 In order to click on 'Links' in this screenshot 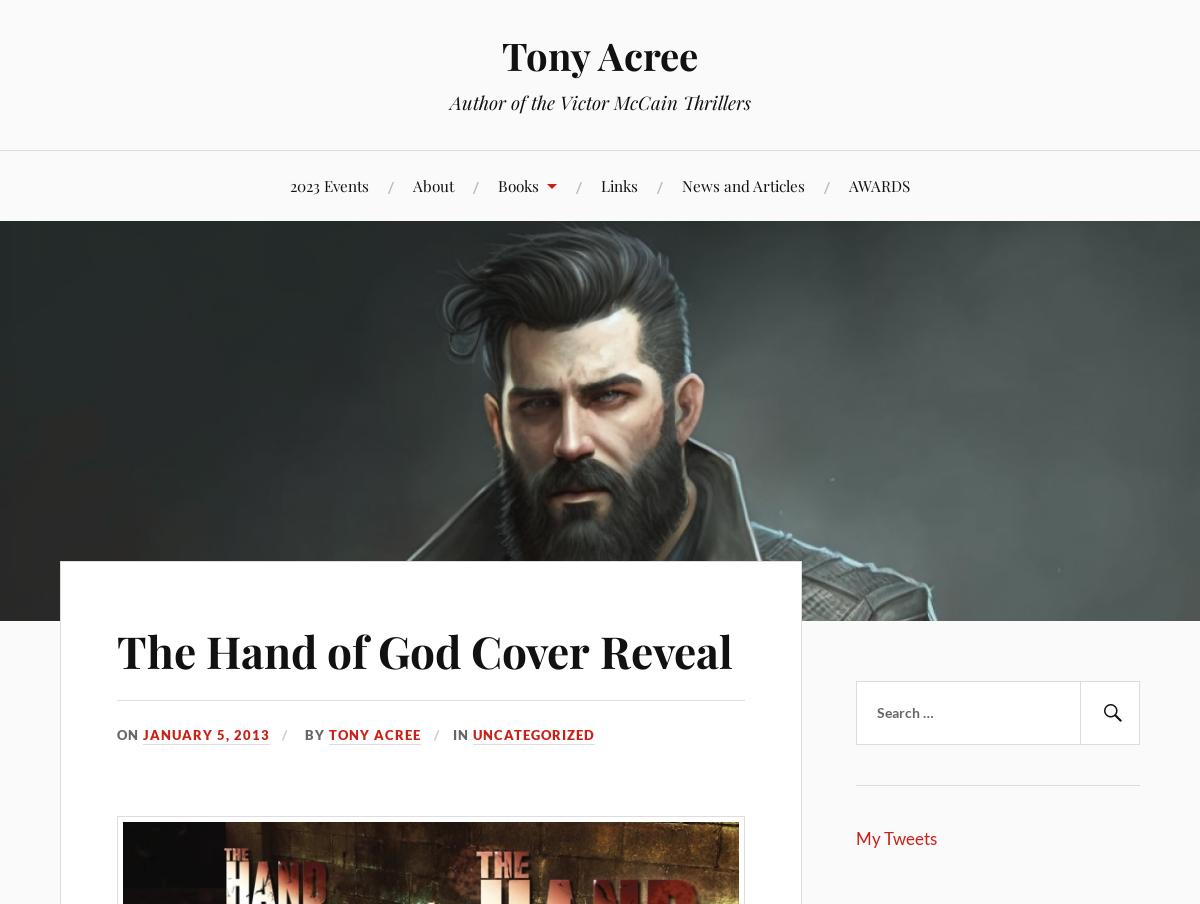, I will do `click(619, 184)`.